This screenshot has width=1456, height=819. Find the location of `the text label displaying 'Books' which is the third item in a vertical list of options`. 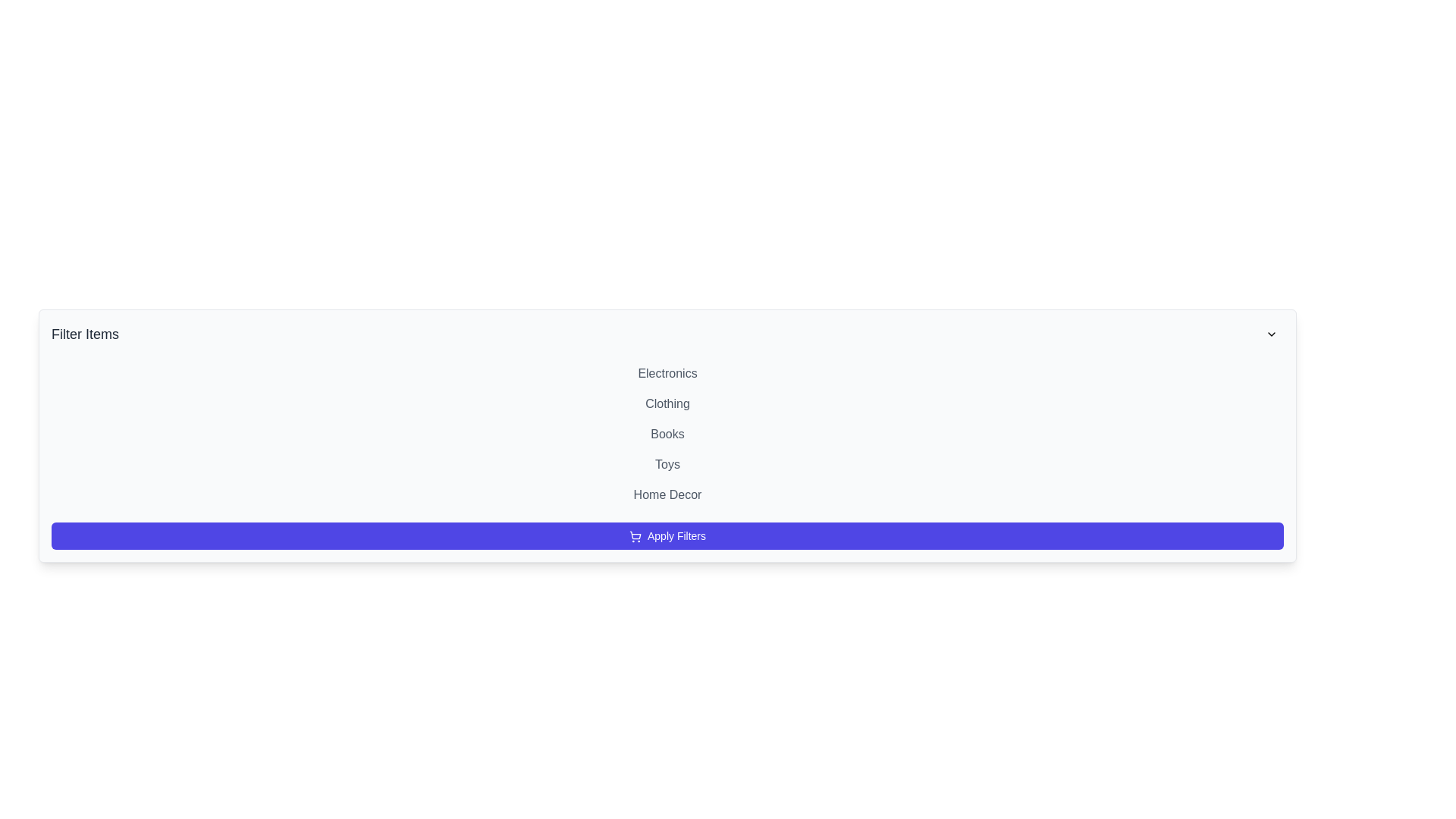

the text label displaying 'Books' which is the third item in a vertical list of options is located at coordinates (667, 435).